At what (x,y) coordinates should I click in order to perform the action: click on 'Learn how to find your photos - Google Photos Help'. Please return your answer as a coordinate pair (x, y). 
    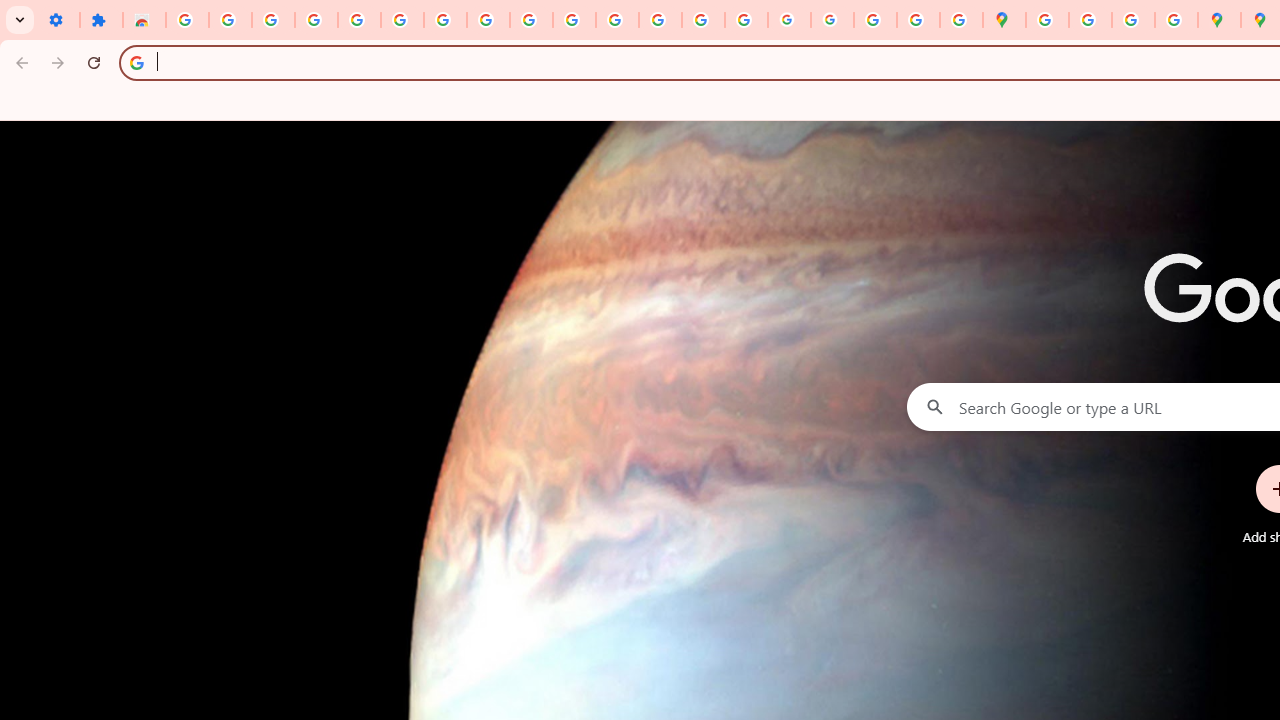
    Looking at the image, I should click on (315, 20).